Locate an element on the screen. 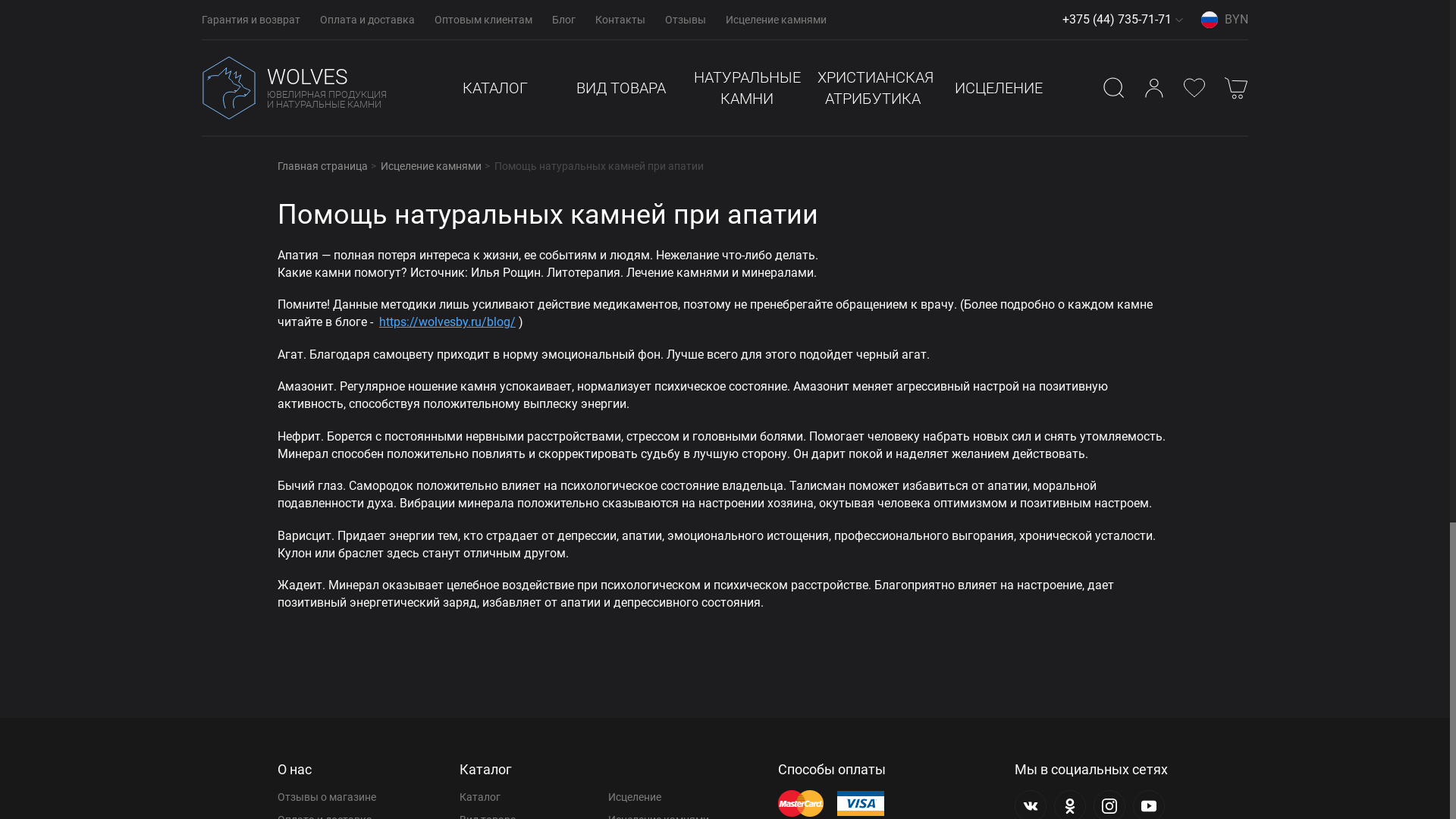 Image resolution: width=1456 pixels, height=819 pixels. 'BYN' is located at coordinates (1224, 19).